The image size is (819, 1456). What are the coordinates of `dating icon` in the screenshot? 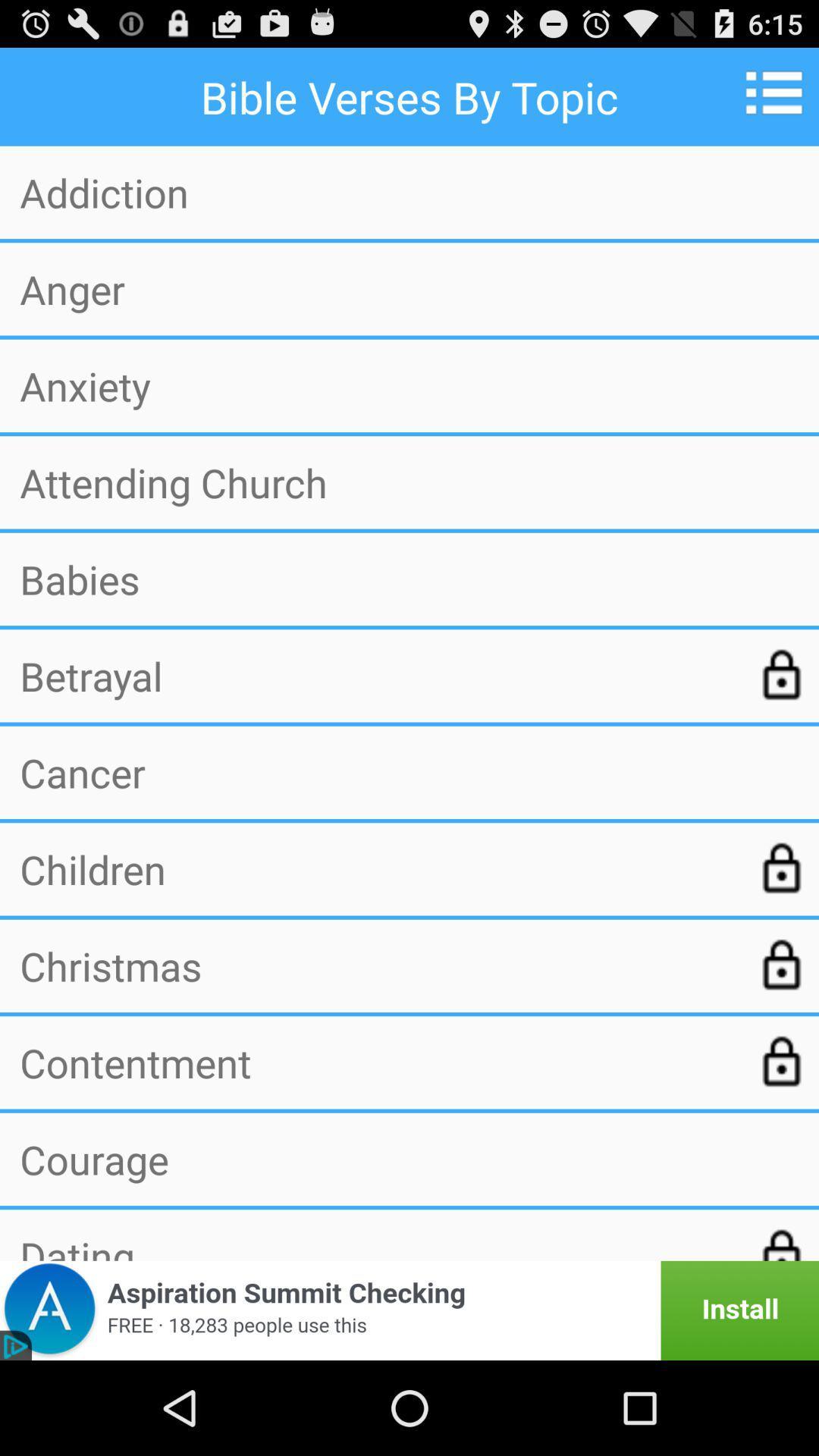 It's located at (376, 1245).